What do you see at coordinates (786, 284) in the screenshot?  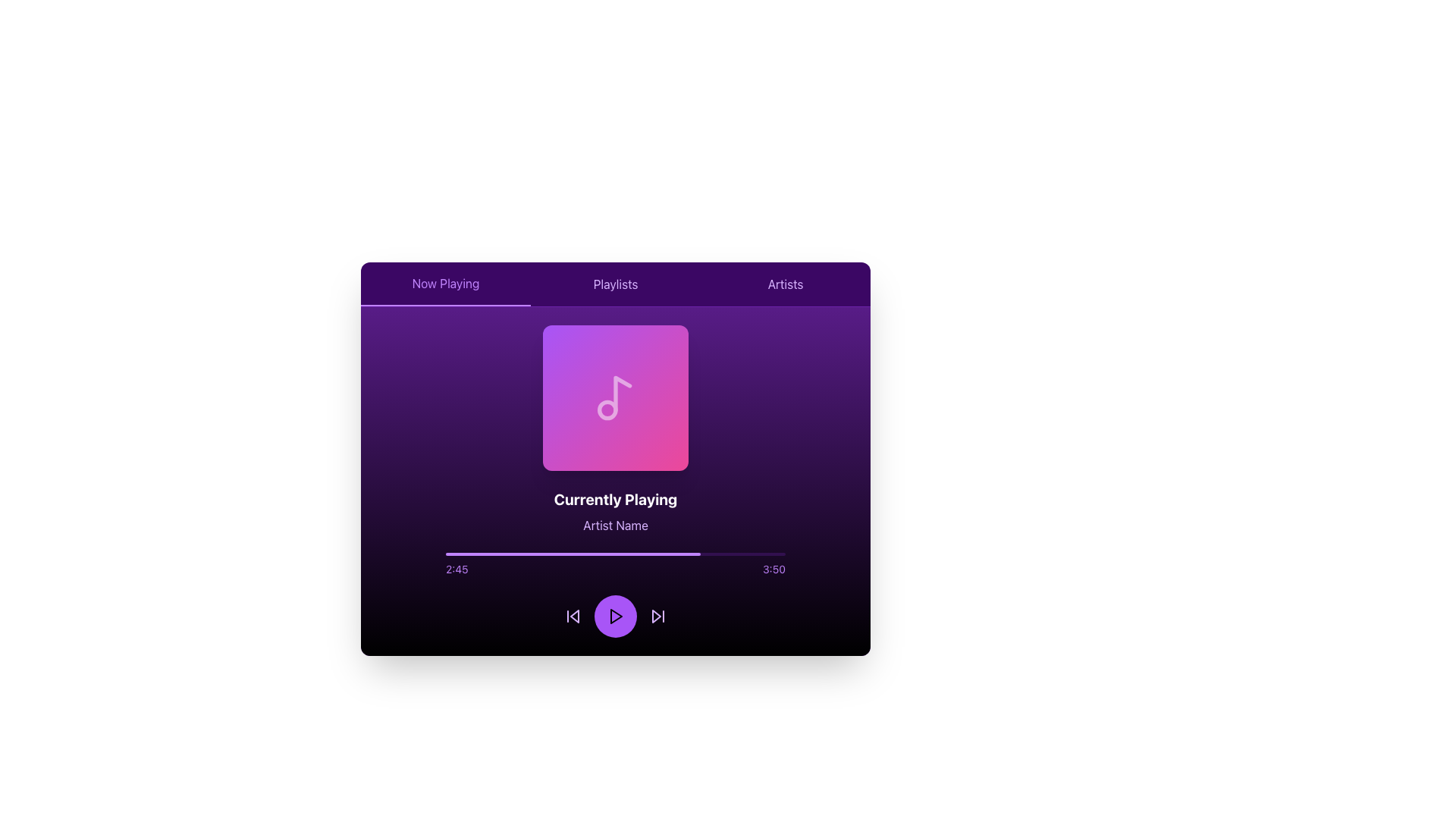 I see `the 'Artists' tab, which is the third and rightmost tab in the navigation bar` at bounding box center [786, 284].